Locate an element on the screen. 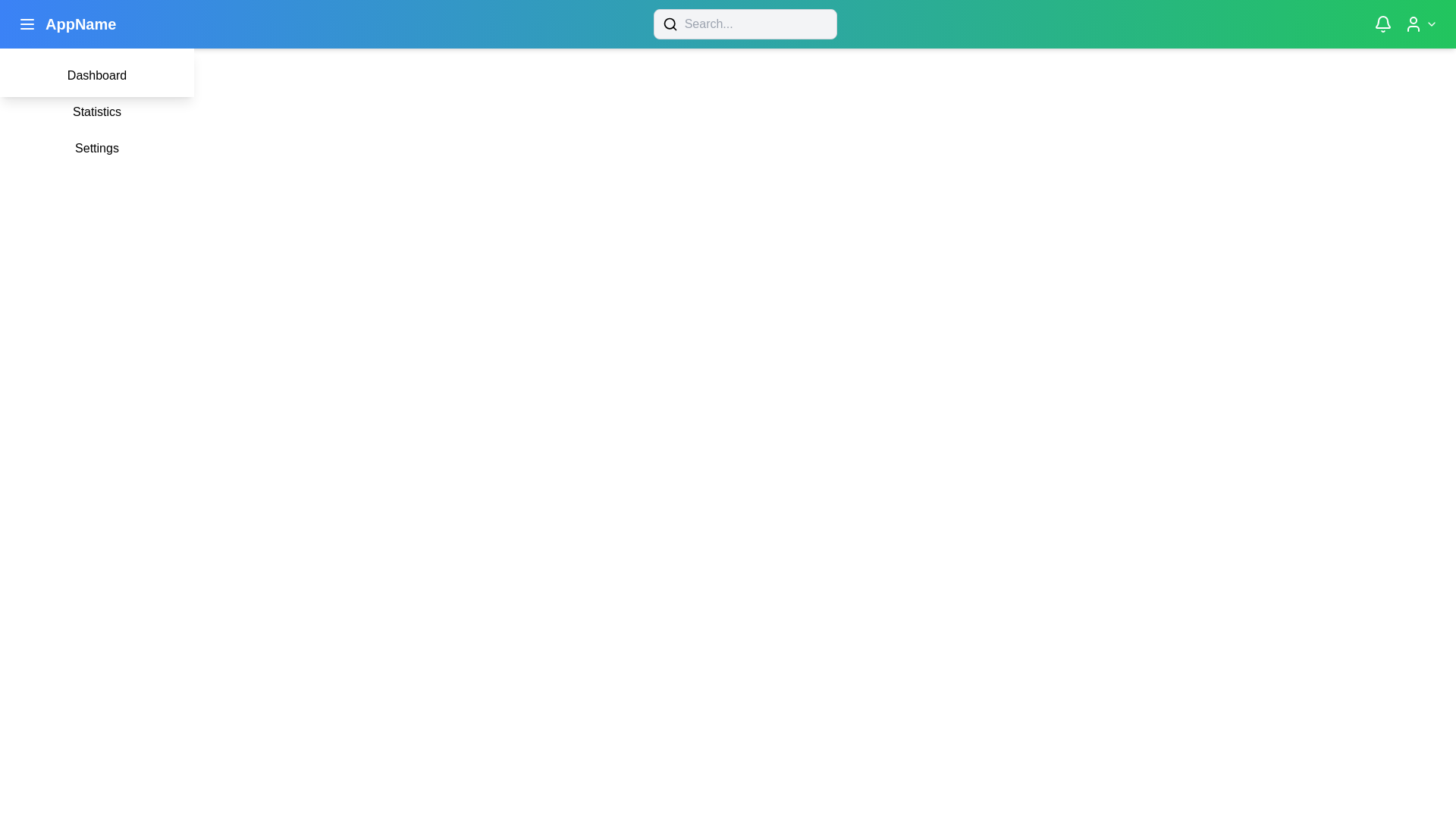 The width and height of the screenshot is (1456, 819). the search magnifier icon located at the leftmost end of the search input field in the top navigation bar is located at coordinates (669, 24).